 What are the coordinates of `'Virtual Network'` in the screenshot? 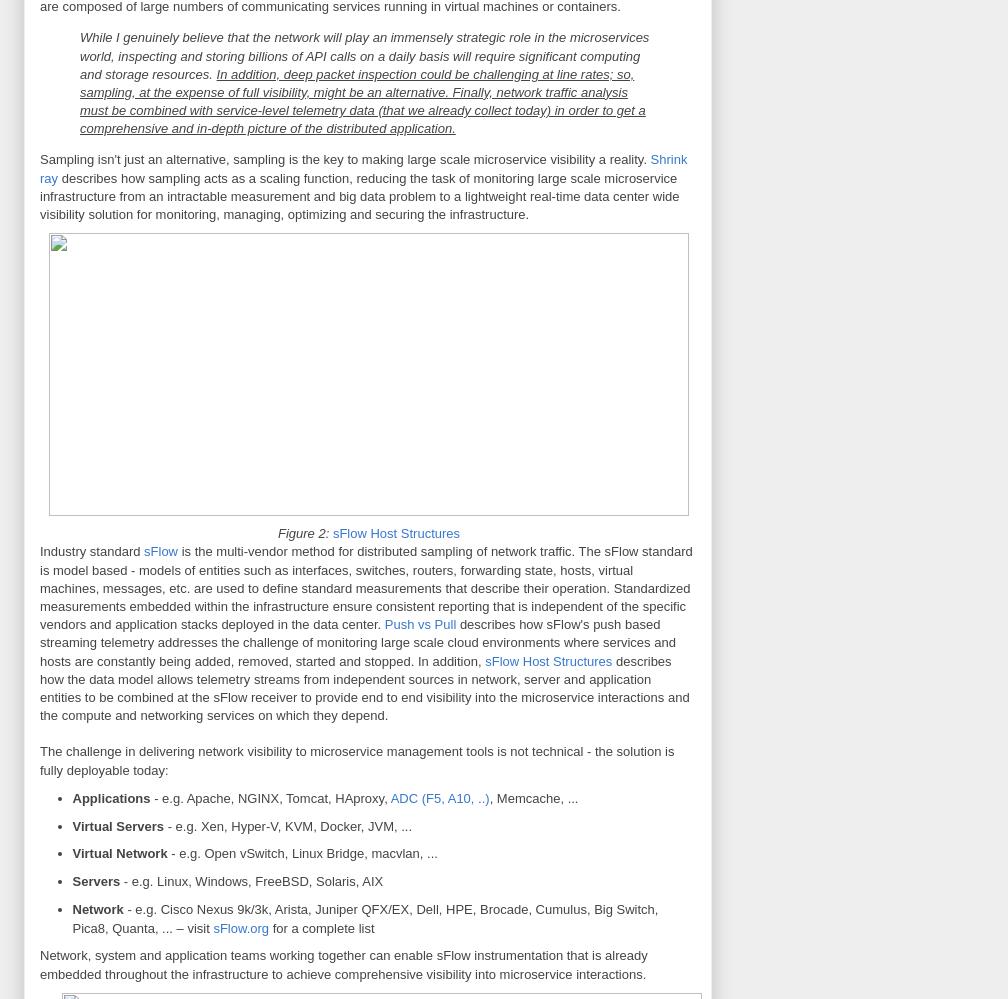 It's located at (119, 852).